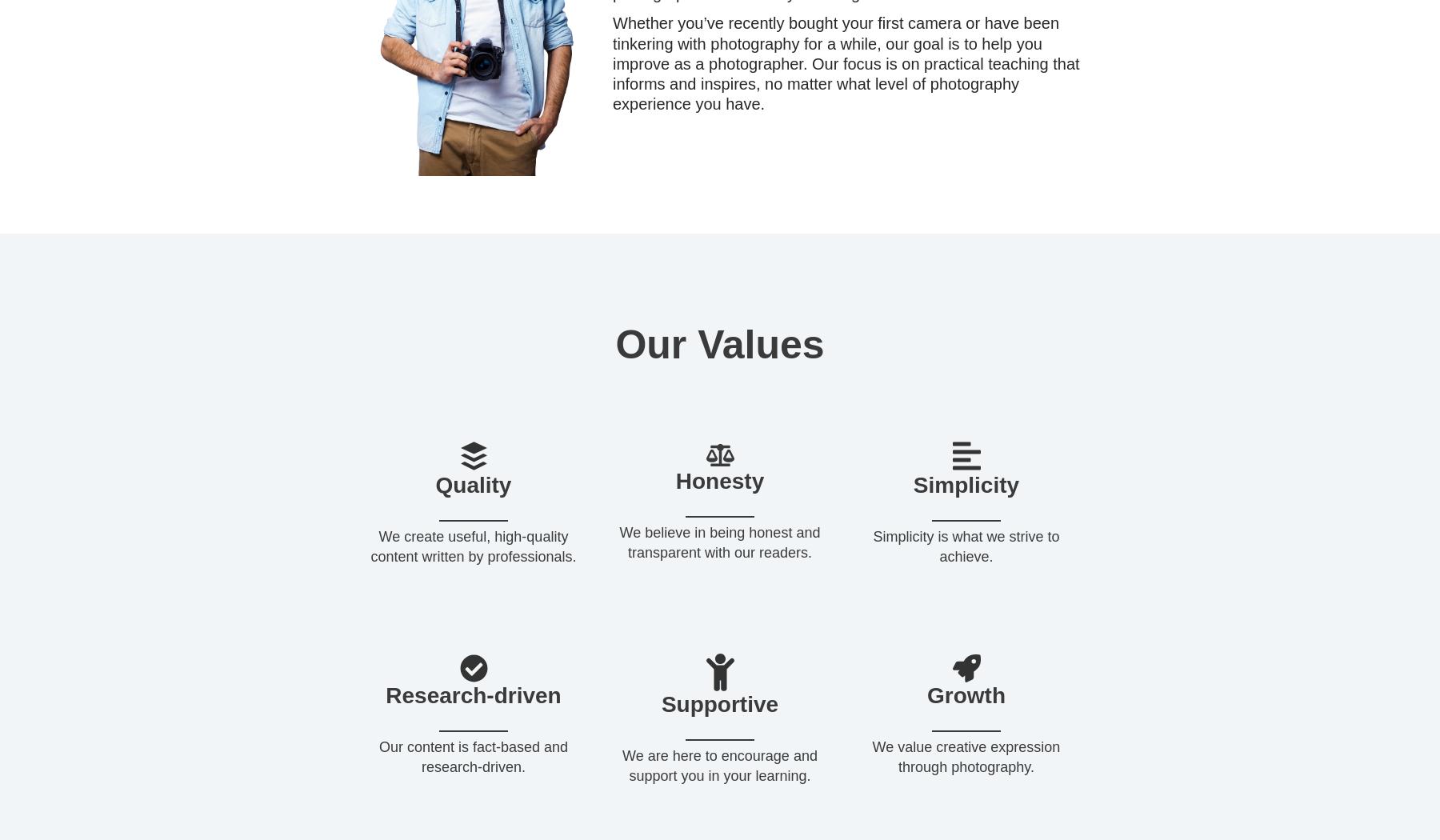 The width and height of the screenshot is (1440, 840). I want to click on 'We are here to encourage and support you in your learning.', so click(621, 764).